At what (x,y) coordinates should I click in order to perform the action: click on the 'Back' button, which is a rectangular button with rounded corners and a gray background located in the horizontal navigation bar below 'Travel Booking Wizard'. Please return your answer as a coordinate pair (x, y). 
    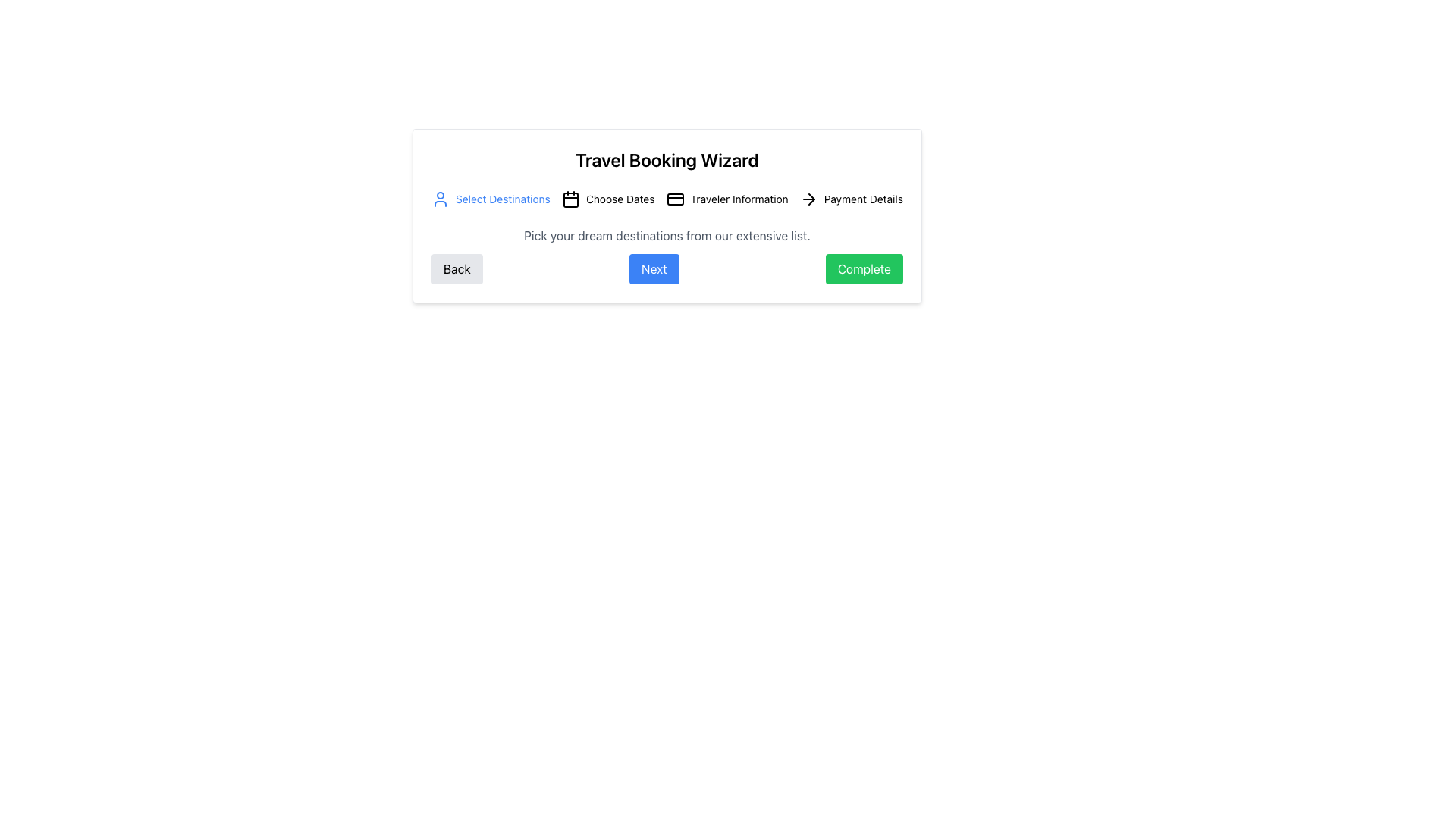
    Looking at the image, I should click on (456, 268).